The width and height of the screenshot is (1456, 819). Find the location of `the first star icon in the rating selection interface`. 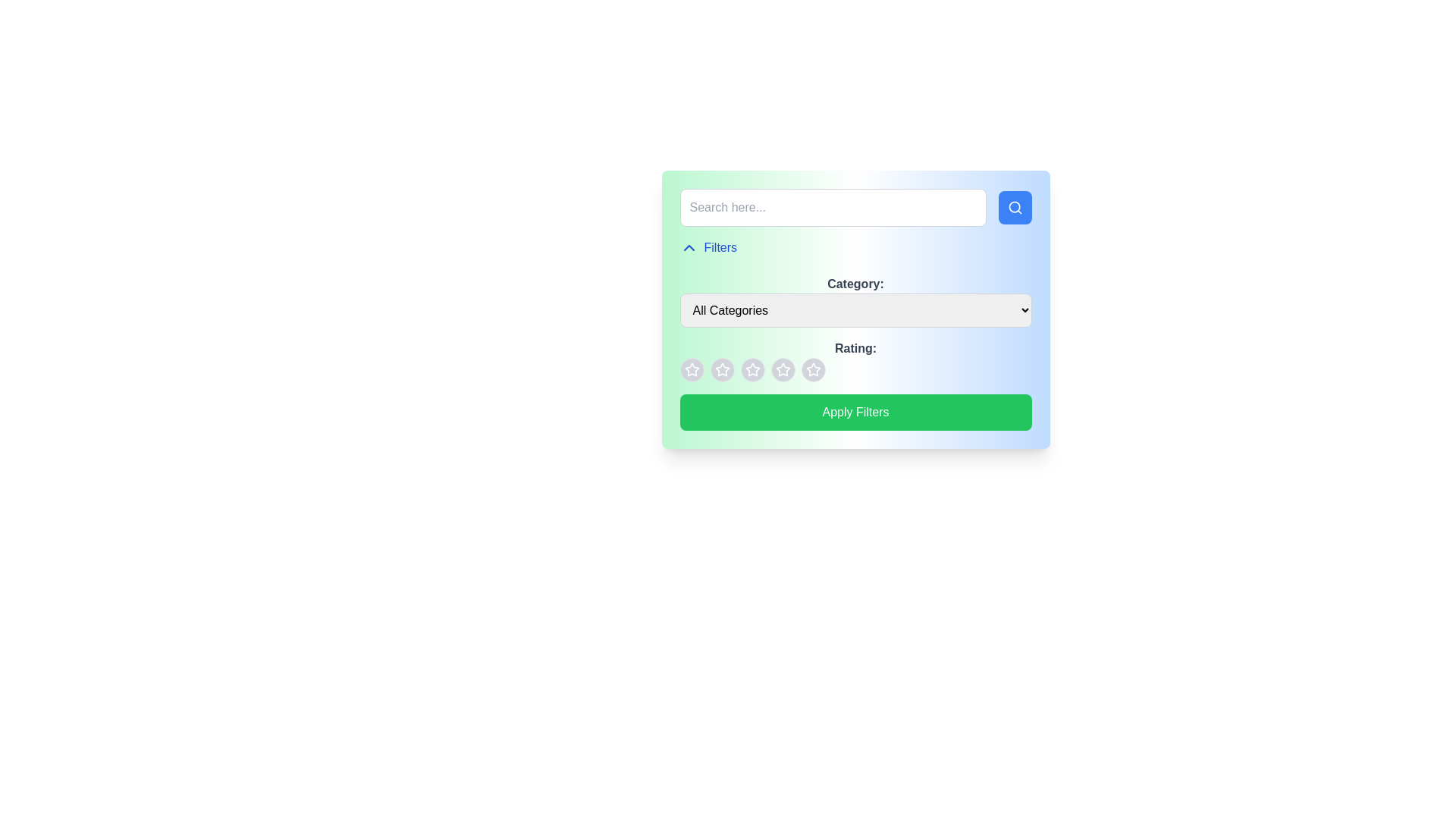

the first star icon in the rating selection interface is located at coordinates (691, 369).